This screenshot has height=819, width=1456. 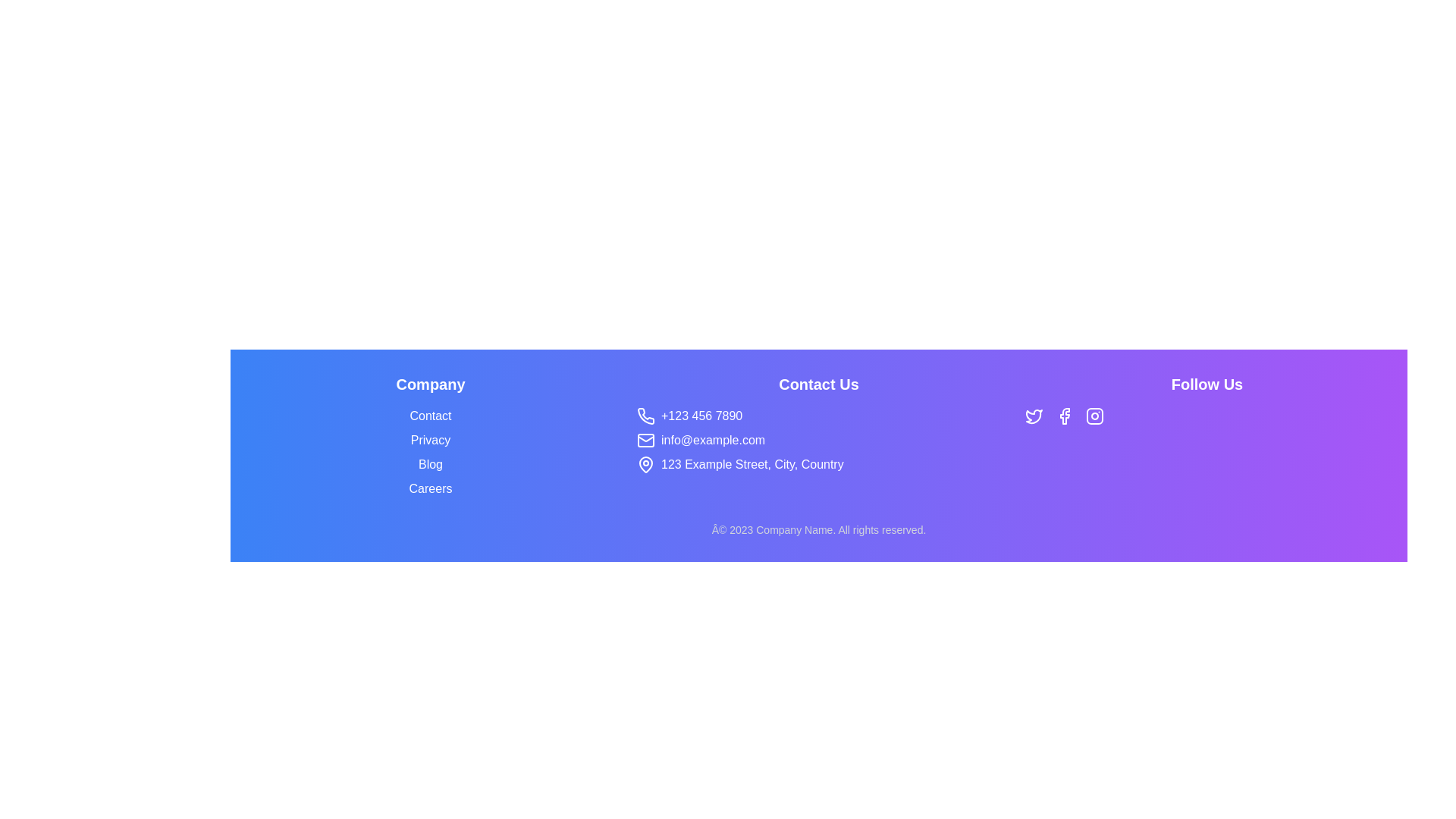 I want to click on the Text Label that serves as a section header located in the leftmost column of a three-column footer layout, directly above the text links 'Contact', 'Privacy', 'Blog', and 'Careers', so click(x=429, y=383).